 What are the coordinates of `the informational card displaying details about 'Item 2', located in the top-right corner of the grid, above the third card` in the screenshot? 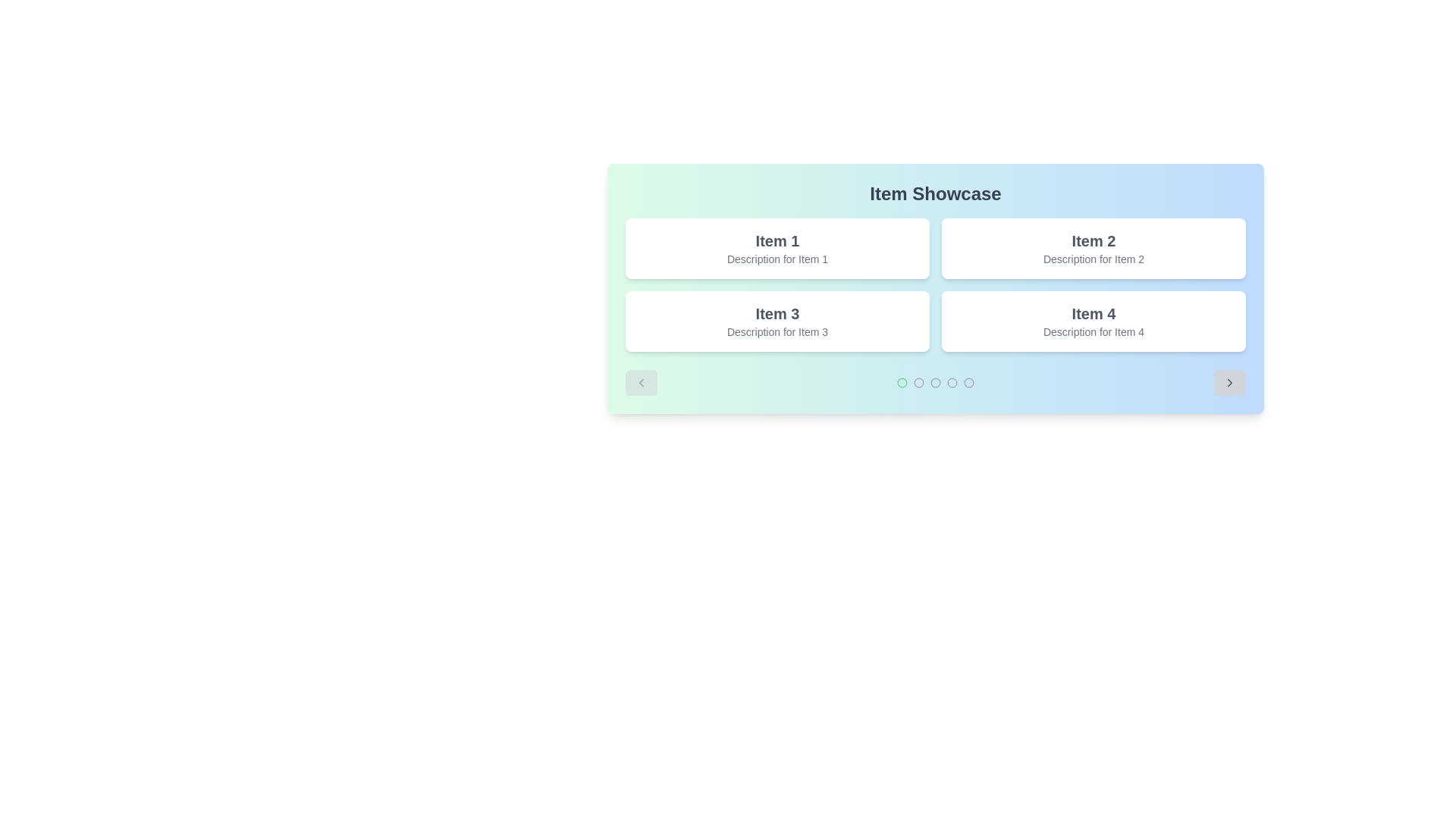 It's located at (1094, 247).